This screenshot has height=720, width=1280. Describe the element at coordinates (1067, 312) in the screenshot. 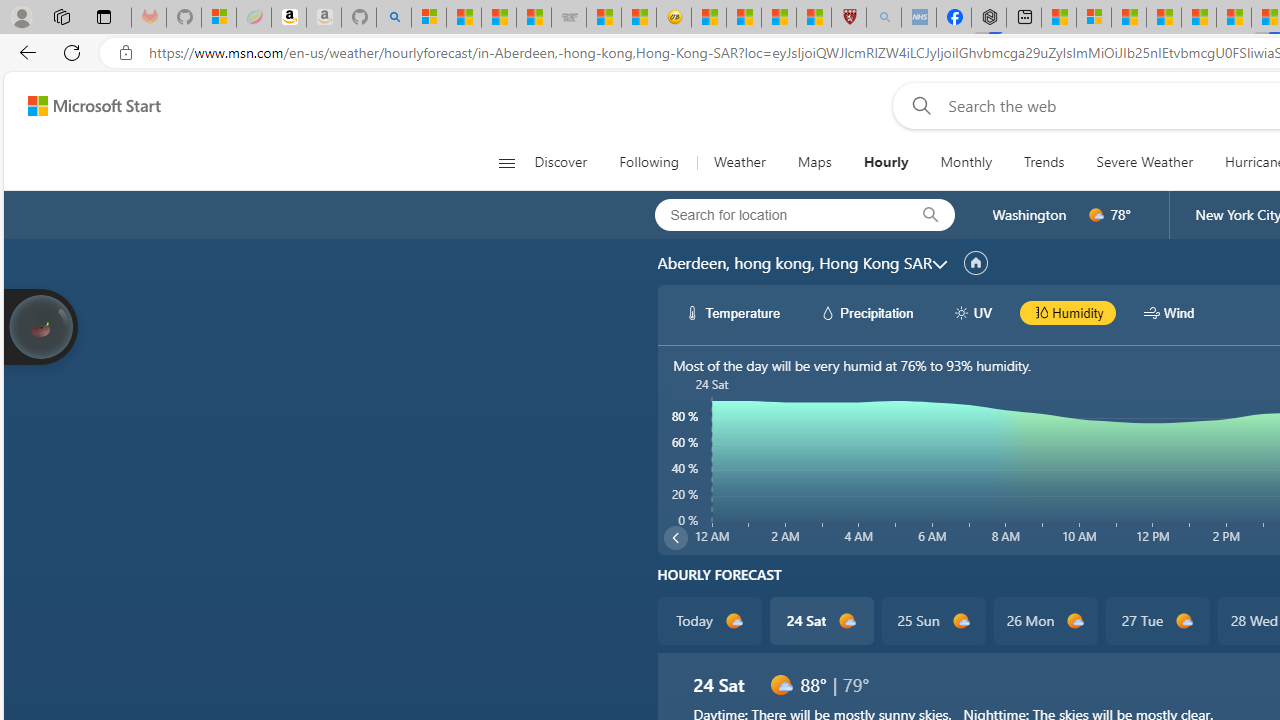

I see `'hourlyChart/humidityBlack Humidity'` at that location.